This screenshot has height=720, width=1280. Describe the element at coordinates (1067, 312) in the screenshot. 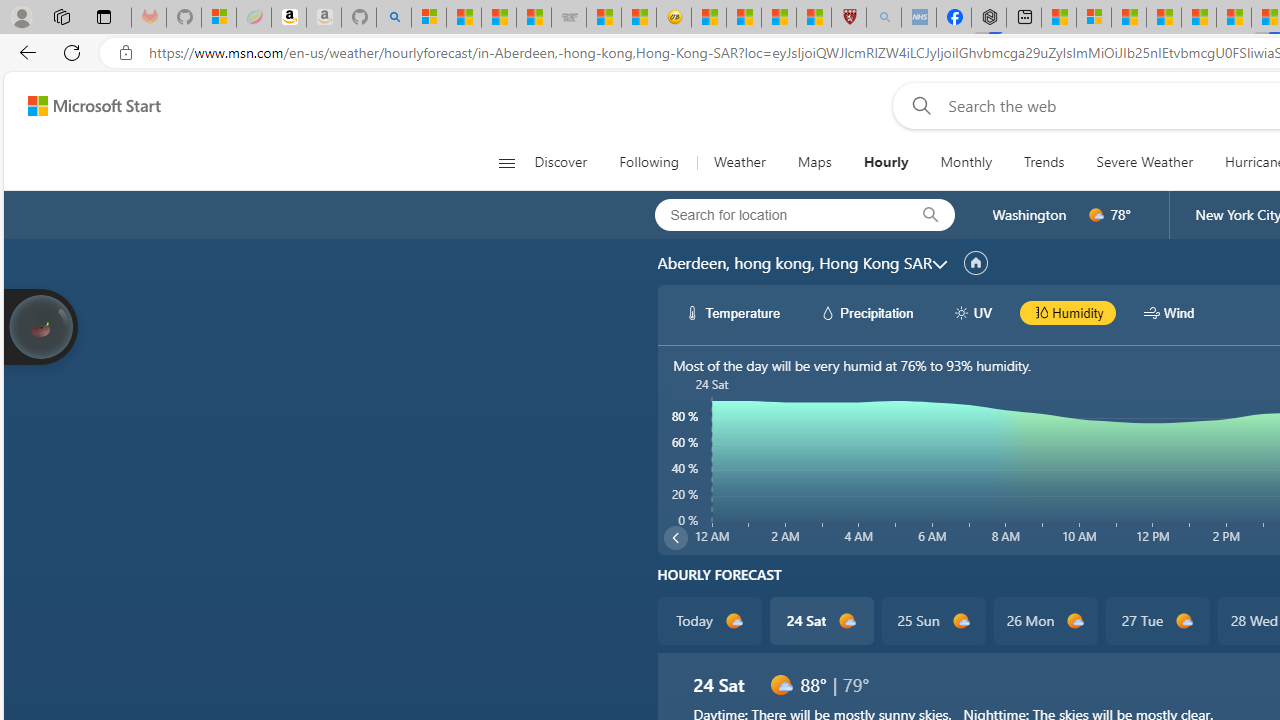

I see `'hourlyChart/humidityBlack Humidity'` at that location.